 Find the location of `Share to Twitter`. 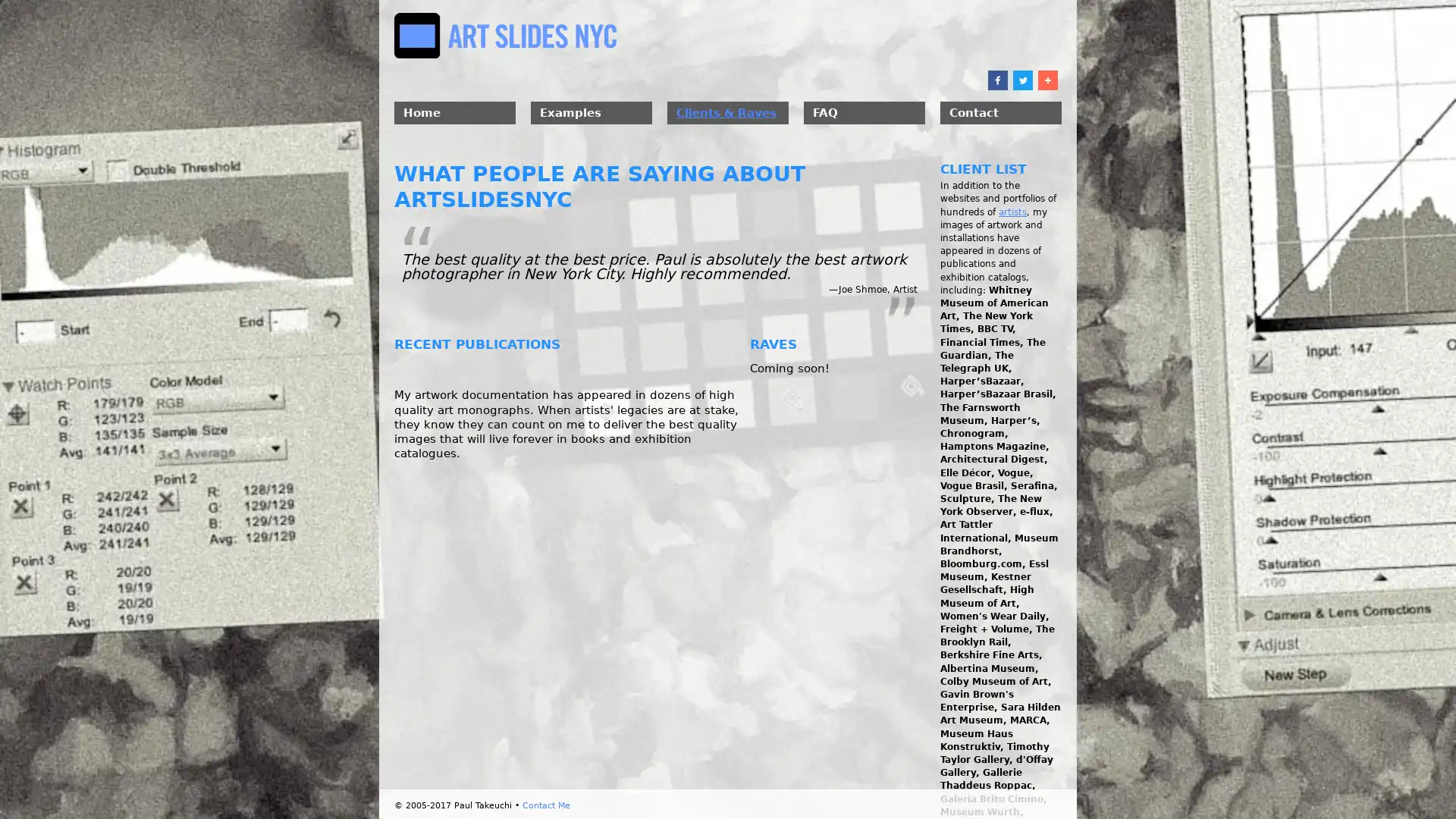

Share to Twitter is located at coordinates (1027, 79).